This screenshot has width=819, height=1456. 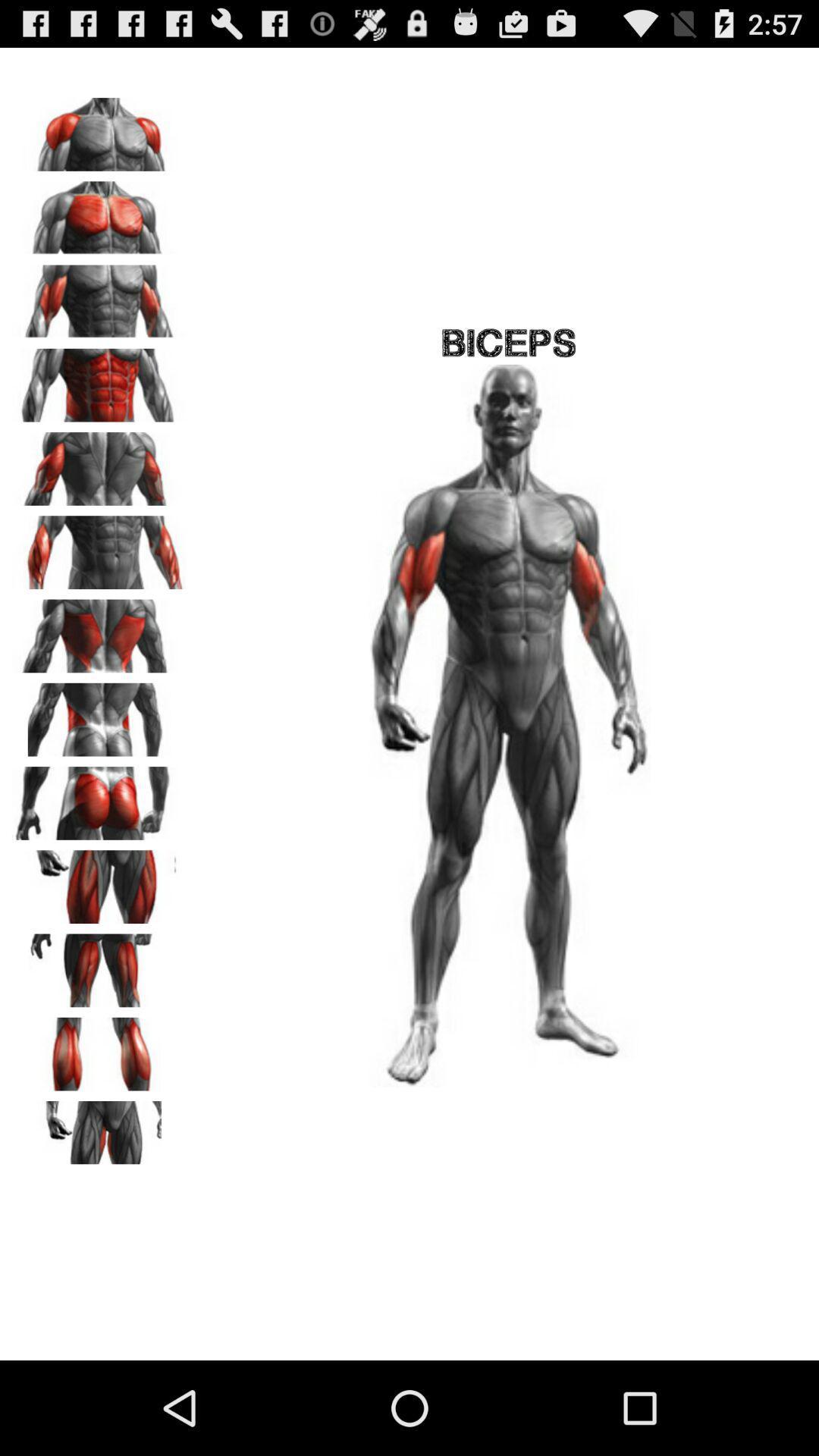 What do you see at coordinates (99, 797) in the screenshot?
I see `the muscle group` at bounding box center [99, 797].